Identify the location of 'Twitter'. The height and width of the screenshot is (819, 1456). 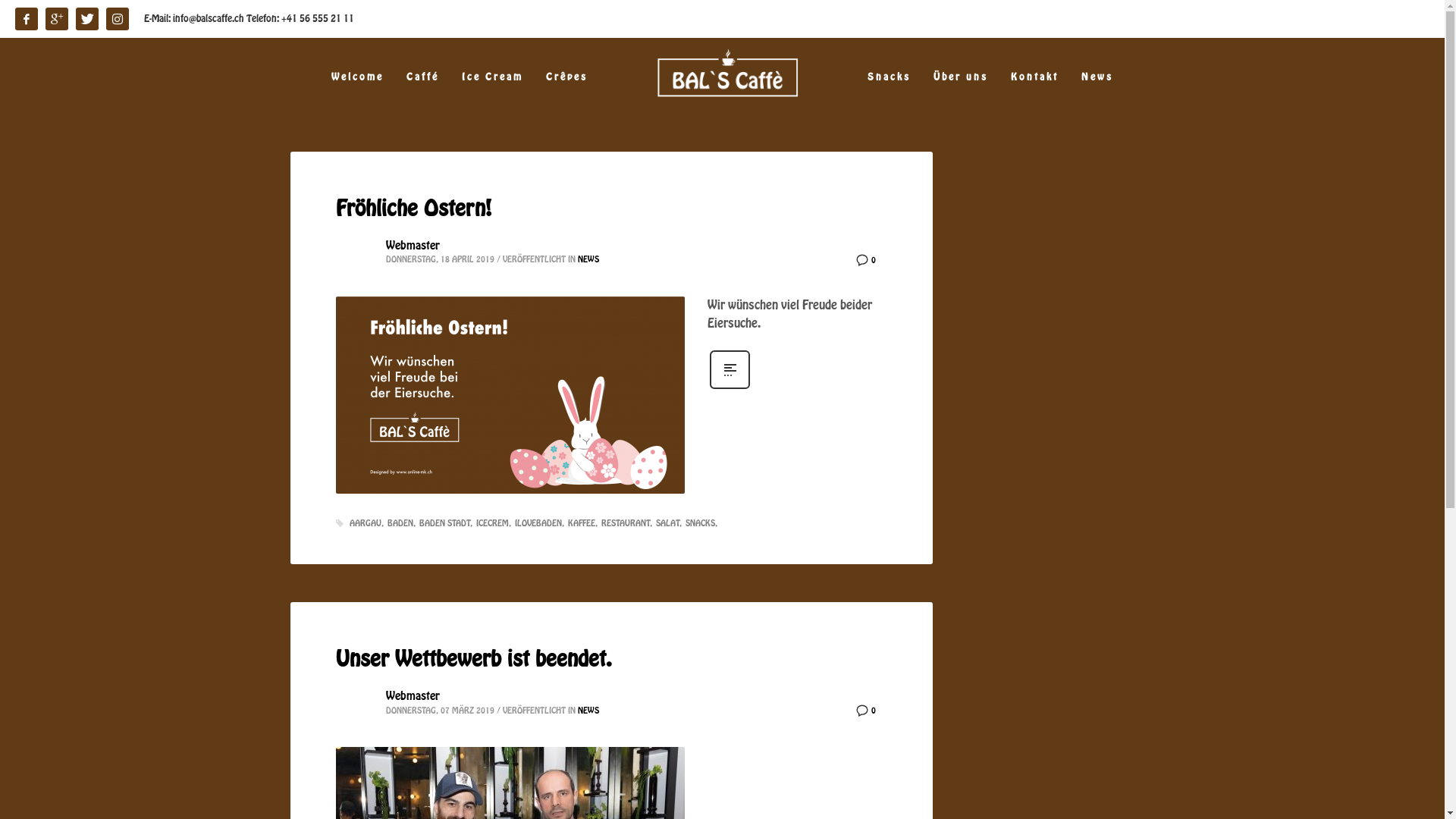
(86, 18).